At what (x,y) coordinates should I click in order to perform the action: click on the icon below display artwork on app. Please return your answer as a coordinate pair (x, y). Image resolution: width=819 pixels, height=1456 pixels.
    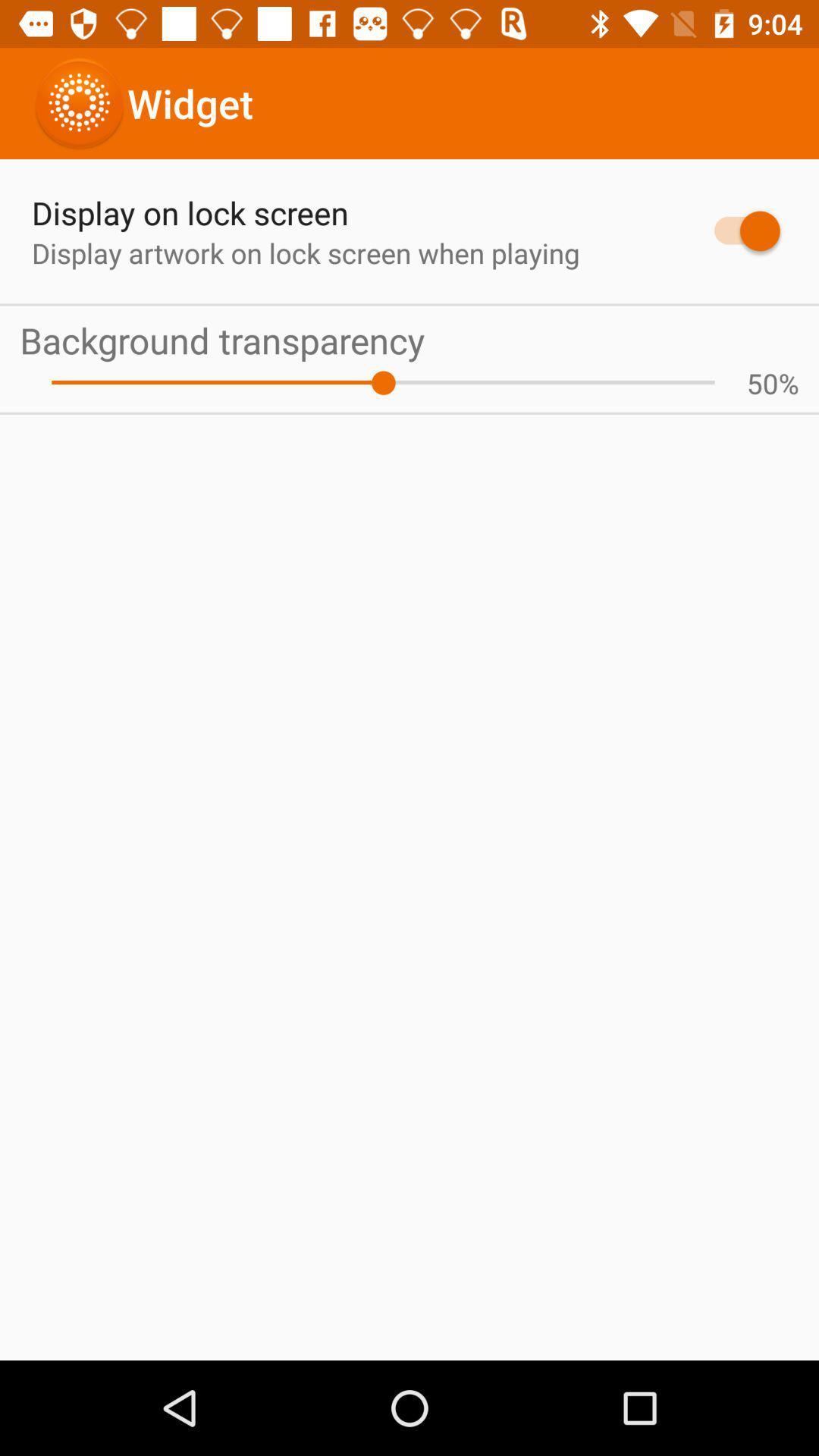
    Looking at the image, I should click on (409, 339).